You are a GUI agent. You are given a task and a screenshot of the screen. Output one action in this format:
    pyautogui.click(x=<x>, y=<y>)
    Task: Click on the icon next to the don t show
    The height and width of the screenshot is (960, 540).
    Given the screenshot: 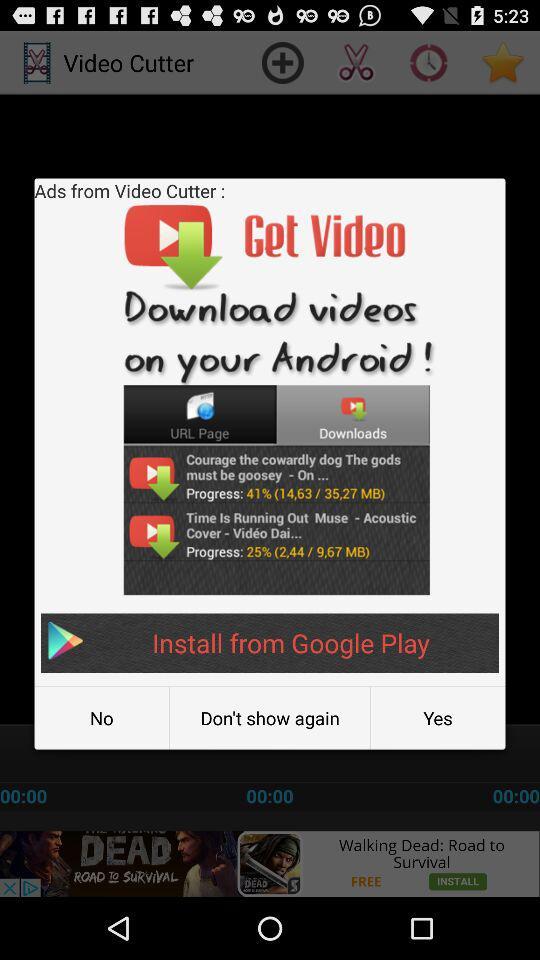 What is the action you would take?
    pyautogui.click(x=437, y=718)
    